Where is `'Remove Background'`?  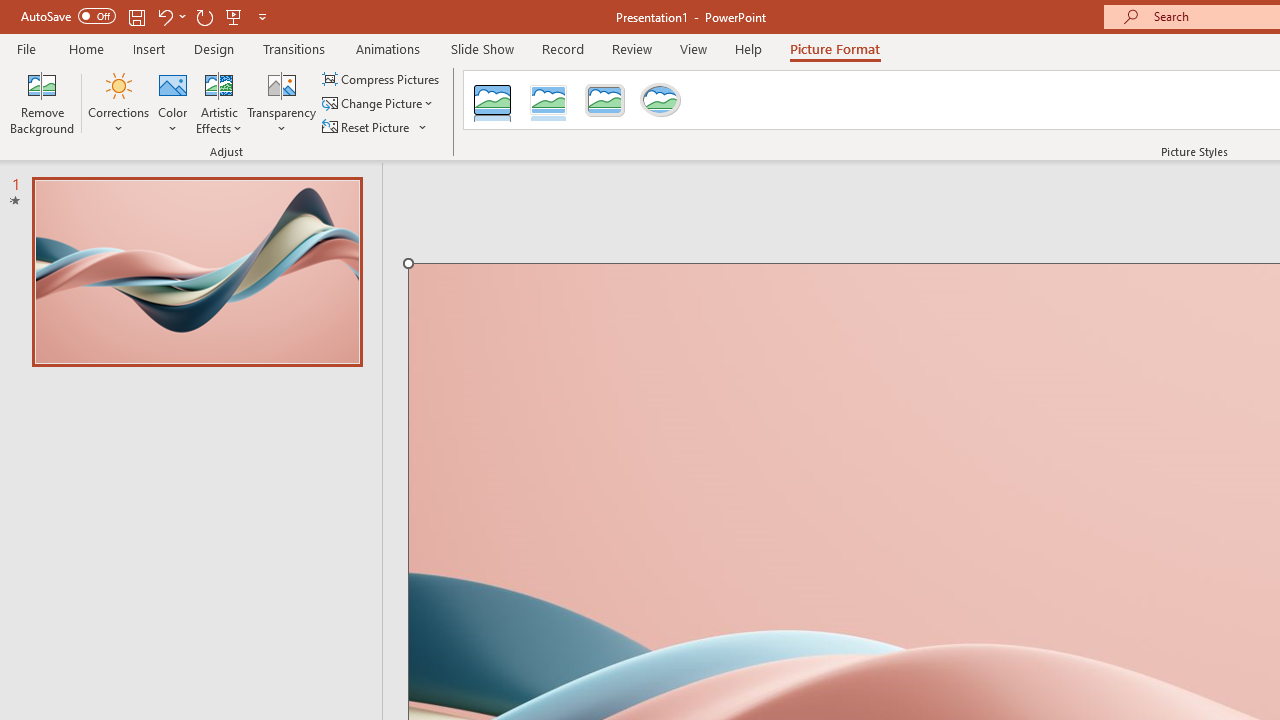
'Remove Background' is located at coordinates (42, 103).